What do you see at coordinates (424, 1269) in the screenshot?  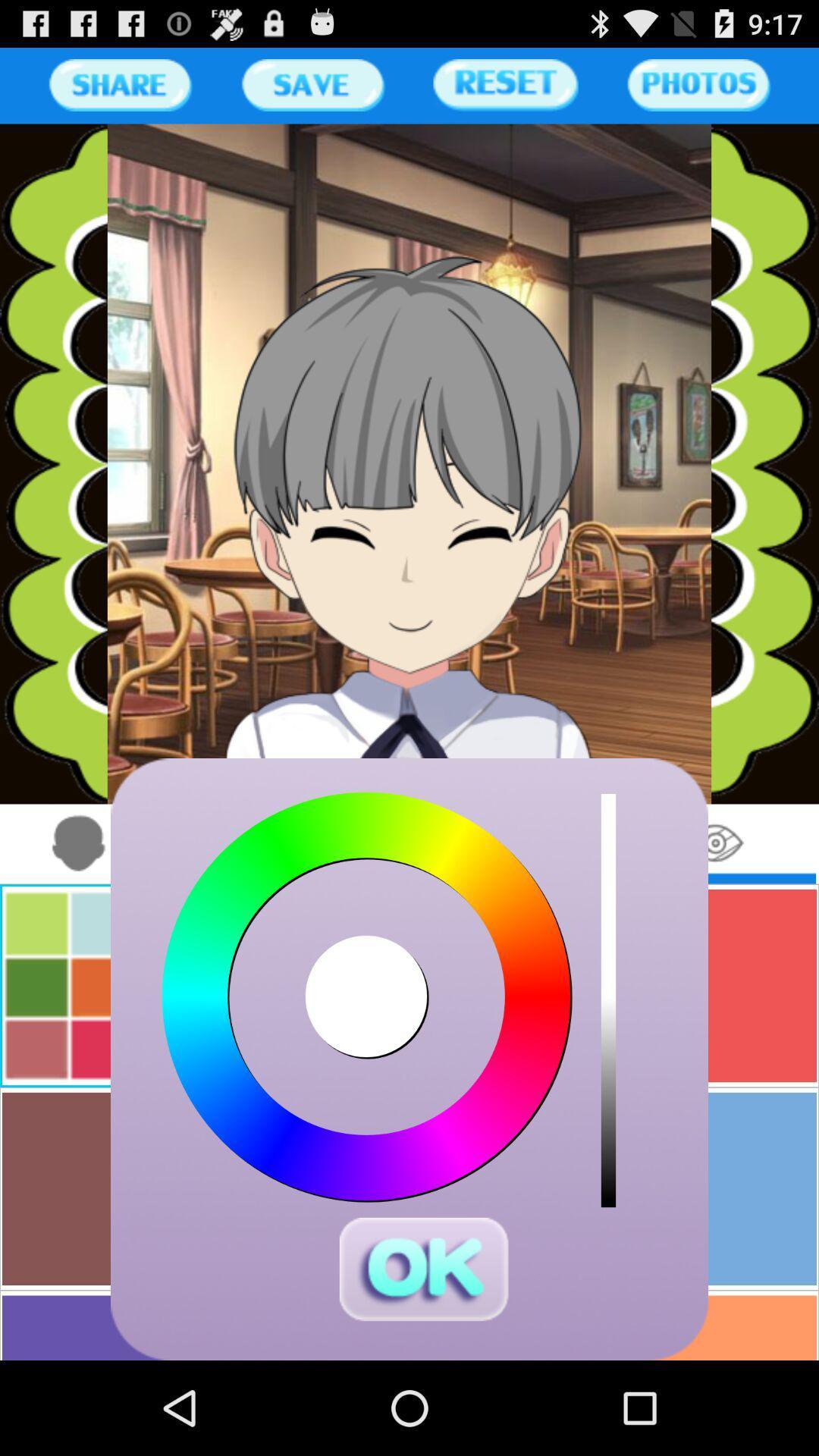 I see `ok` at bounding box center [424, 1269].